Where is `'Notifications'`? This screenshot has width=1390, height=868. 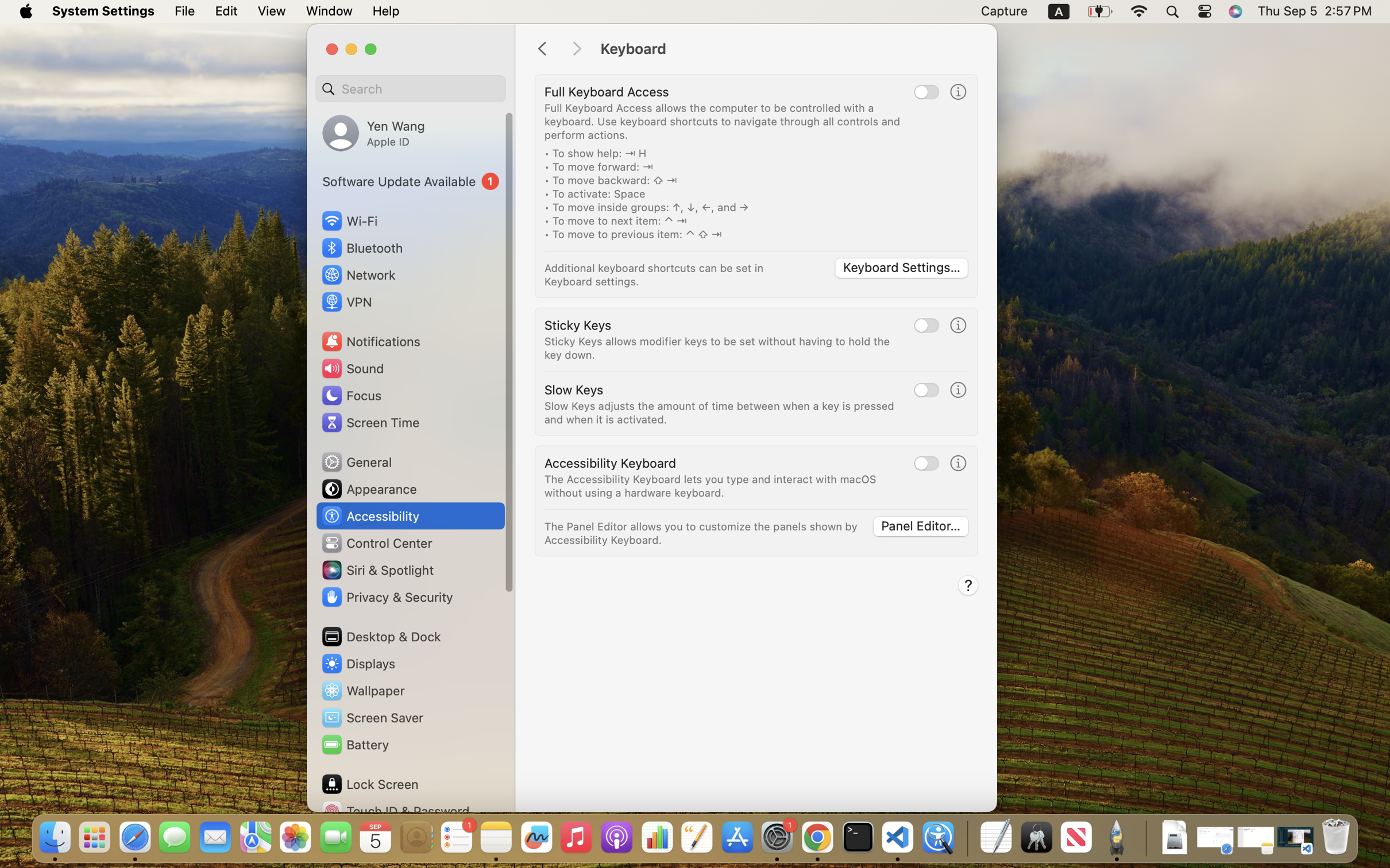
'Notifications' is located at coordinates (370, 340).